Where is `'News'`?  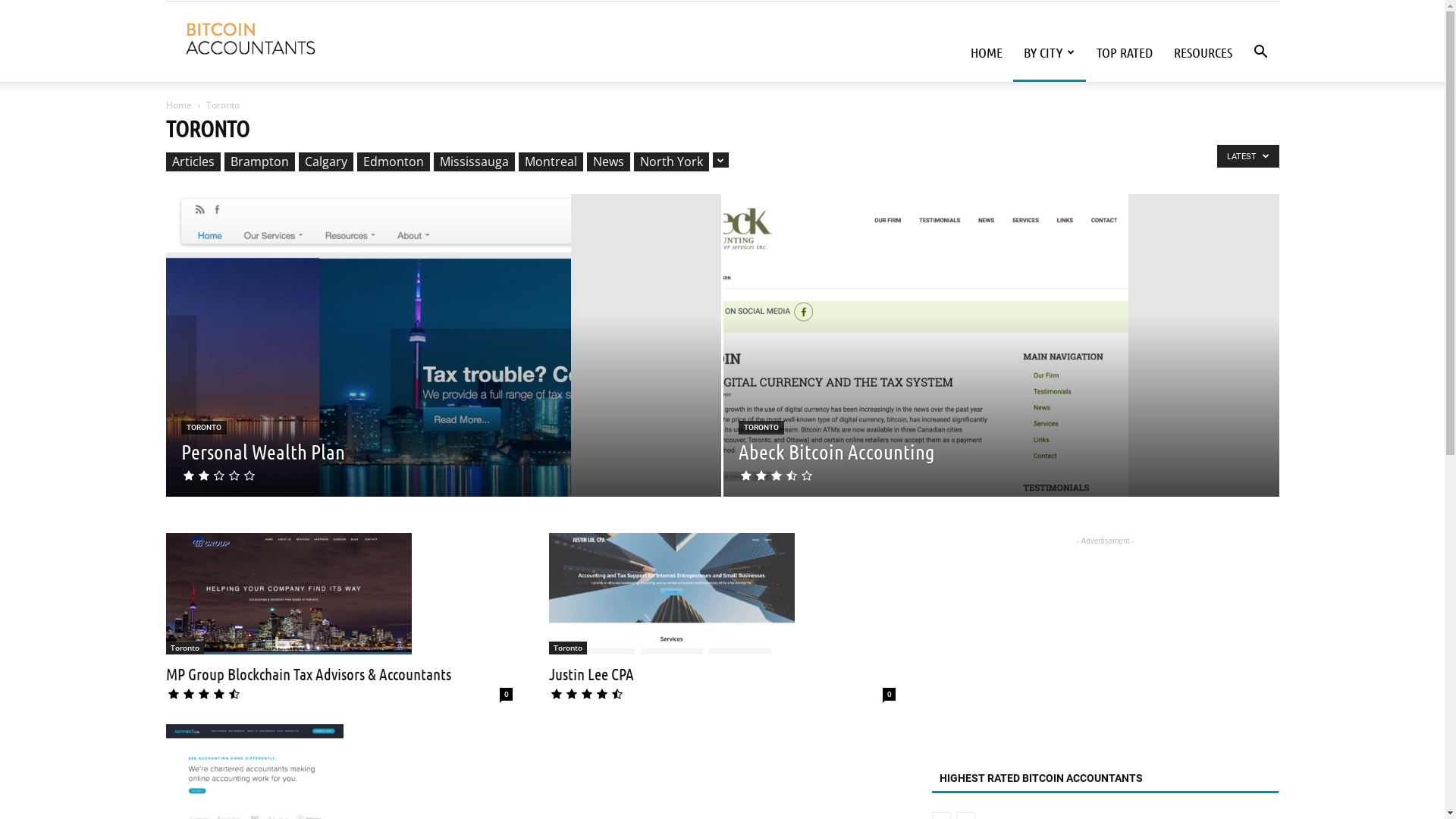
'News' is located at coordinates (608, 162).